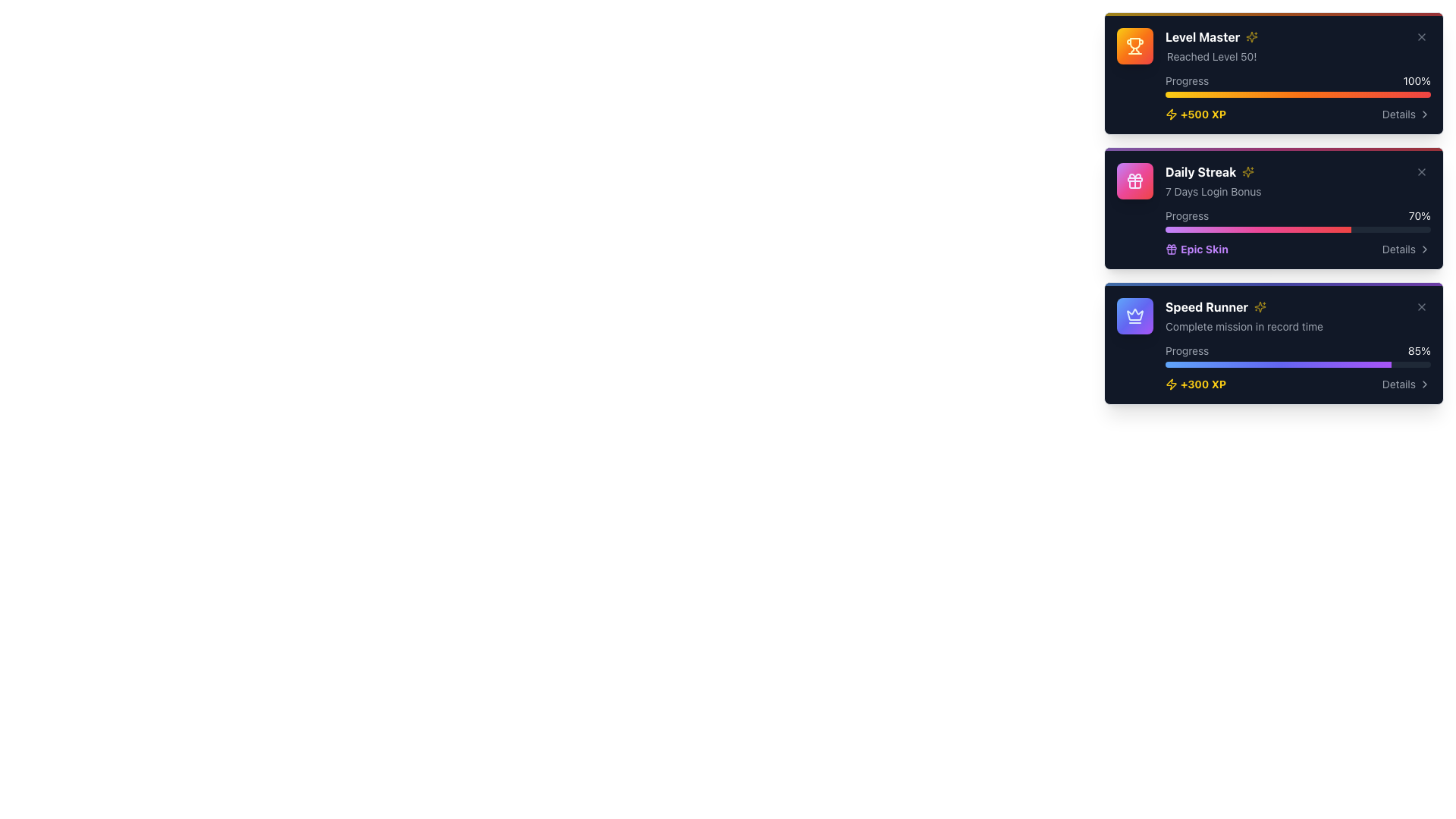  I want to click on the Decorative SVG icon located in the upper-right section of the 'Level Master' notification card to enhance visual appeal, so click(1252, 36).